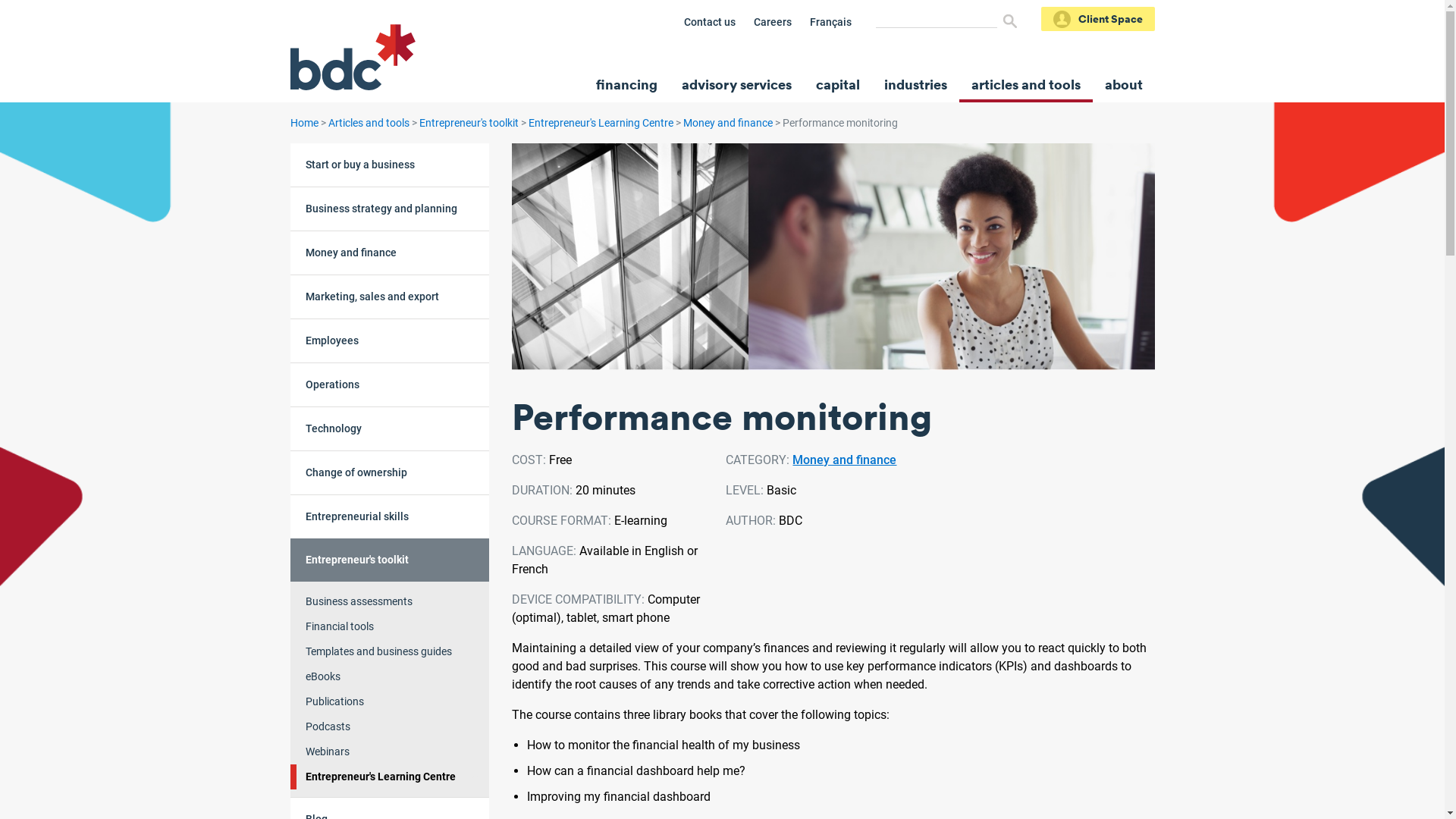 Image resolution: width=1456 pixels, height=819 pixels. I want to click on 'capital', so click(836, 84).